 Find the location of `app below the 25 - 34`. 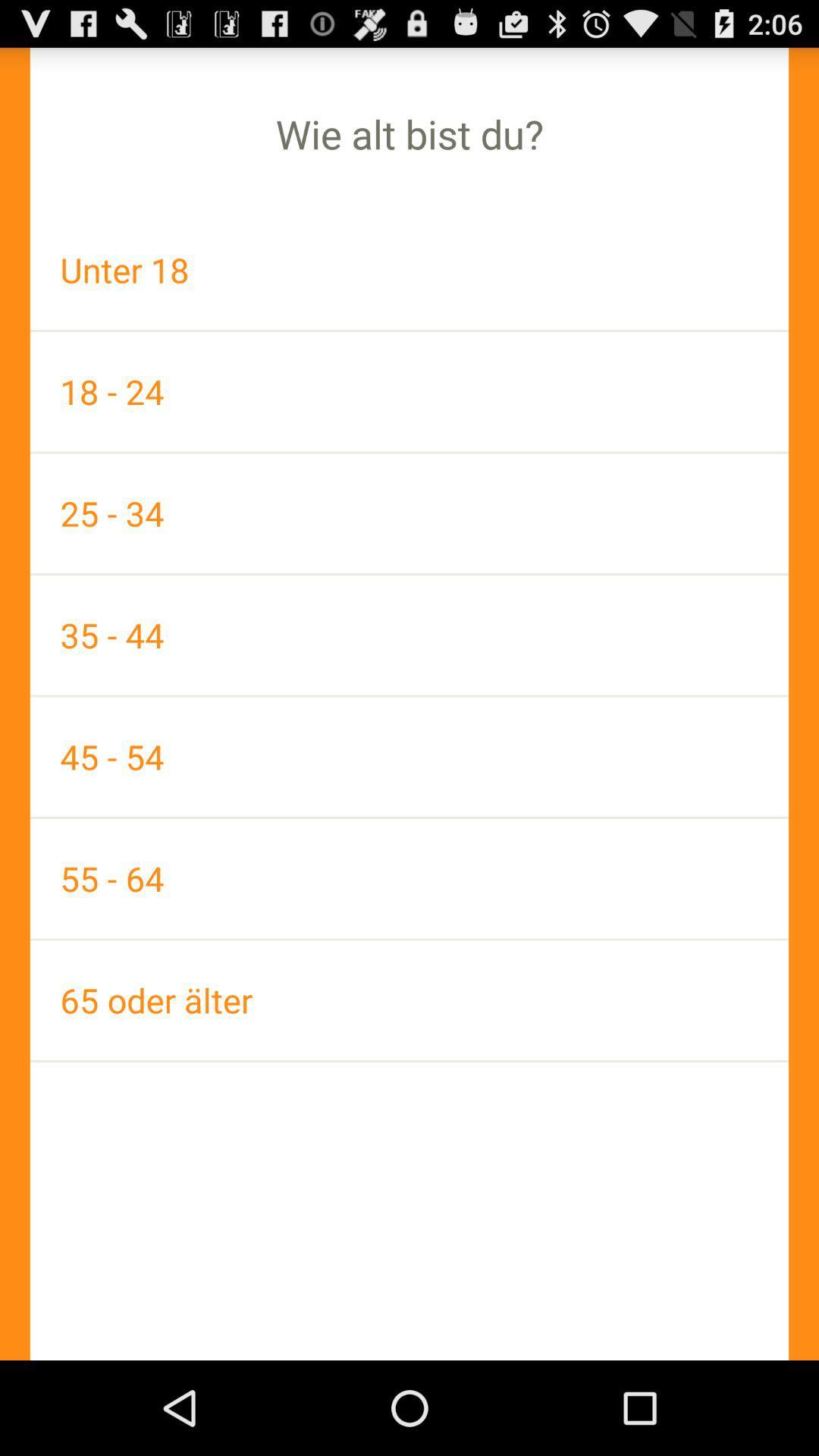

app below the 25 - 34 is located at coordinates (409, 635).